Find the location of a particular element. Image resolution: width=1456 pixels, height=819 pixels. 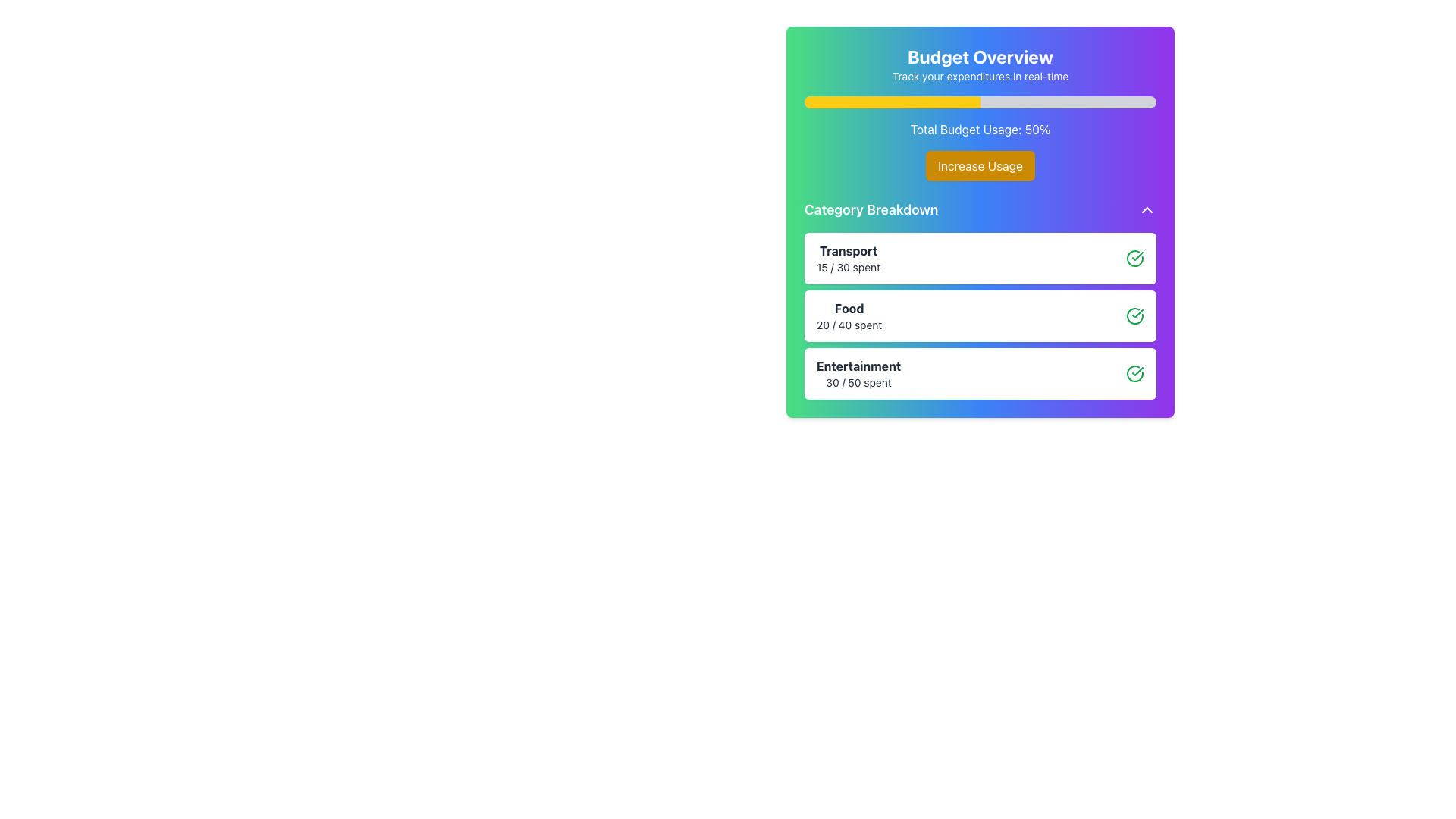

the second list item in the 'Category Breakdown' section that provides spending details for the 'Food' category is located at coordinates (980, 299).